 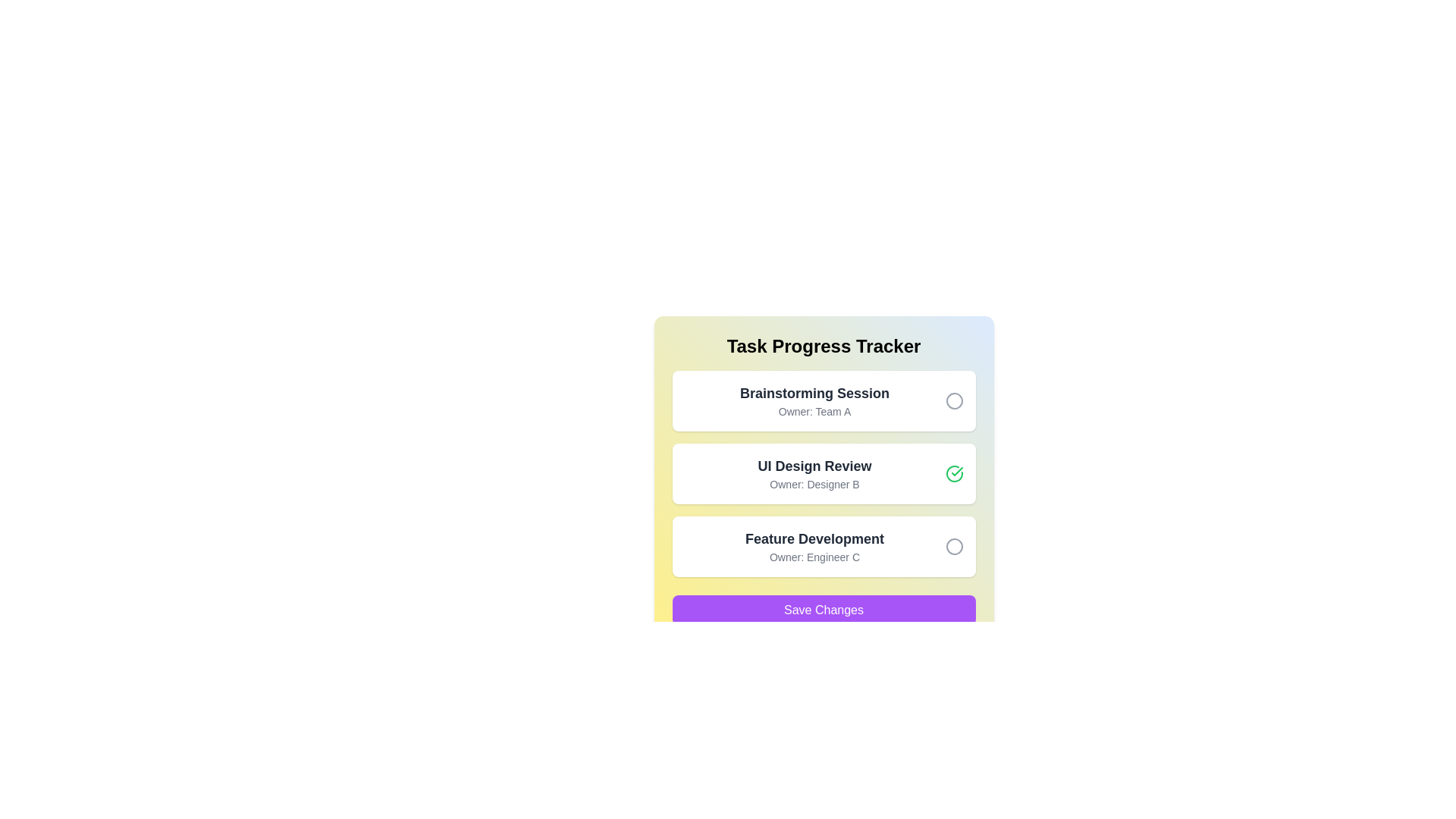 What do you see at coordinates (814, 538) in the screenshot?
I see `the text element labeled 'Feature Development'` at bounding box center [814, 538].